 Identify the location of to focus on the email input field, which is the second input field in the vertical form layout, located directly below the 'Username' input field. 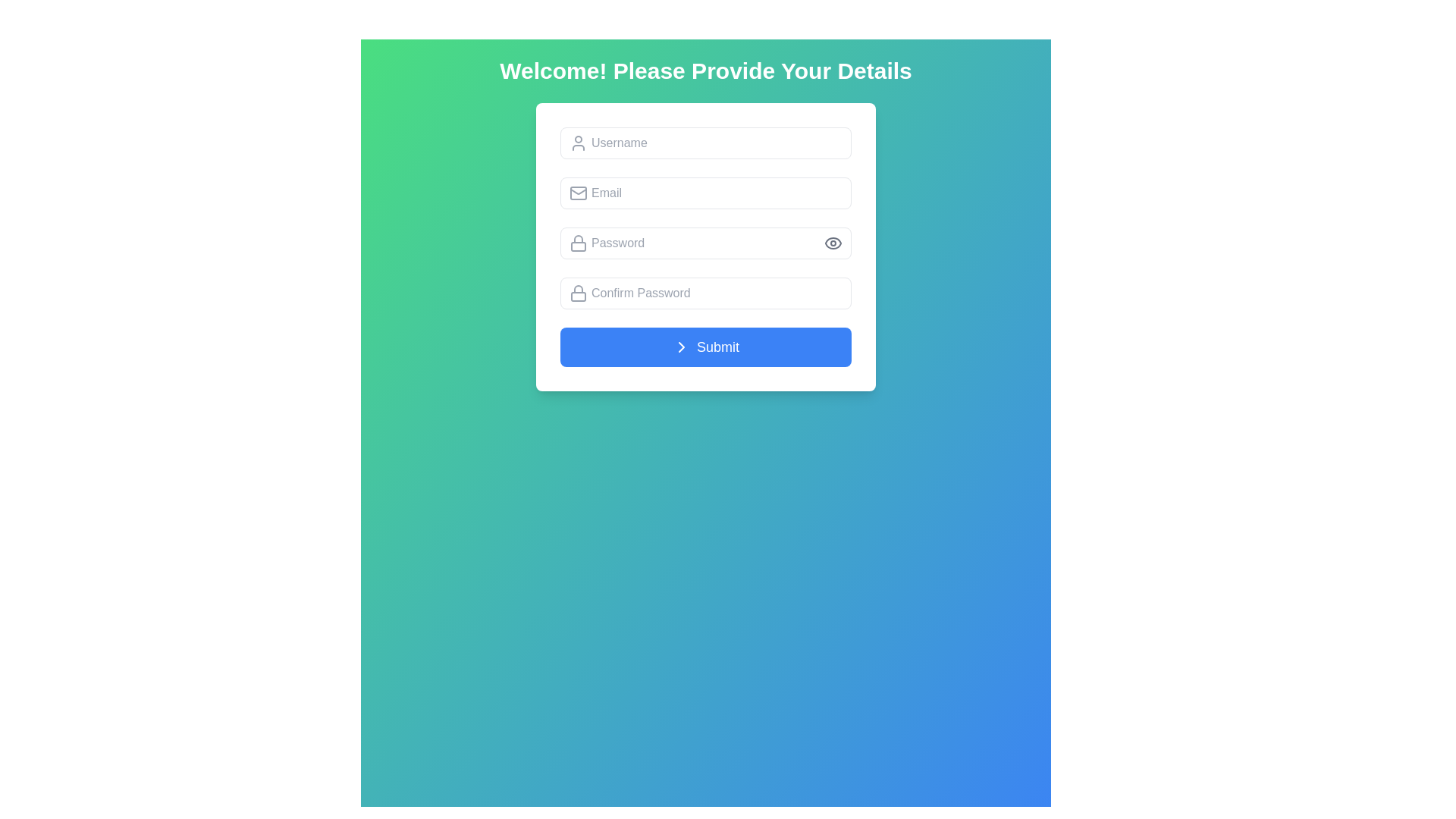
(705, 192).